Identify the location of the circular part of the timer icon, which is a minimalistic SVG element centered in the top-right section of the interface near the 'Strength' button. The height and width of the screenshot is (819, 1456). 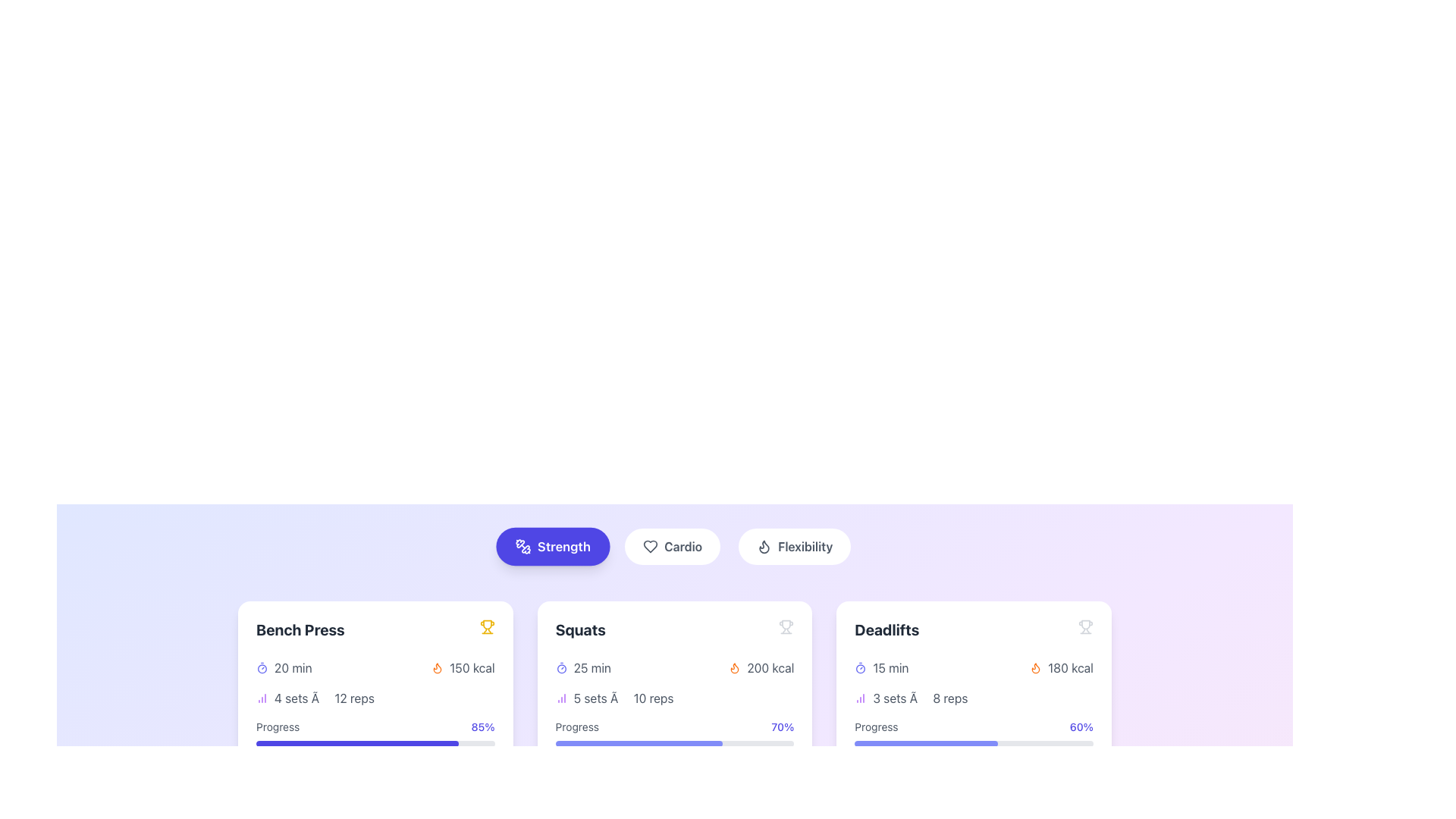
(262, 668).